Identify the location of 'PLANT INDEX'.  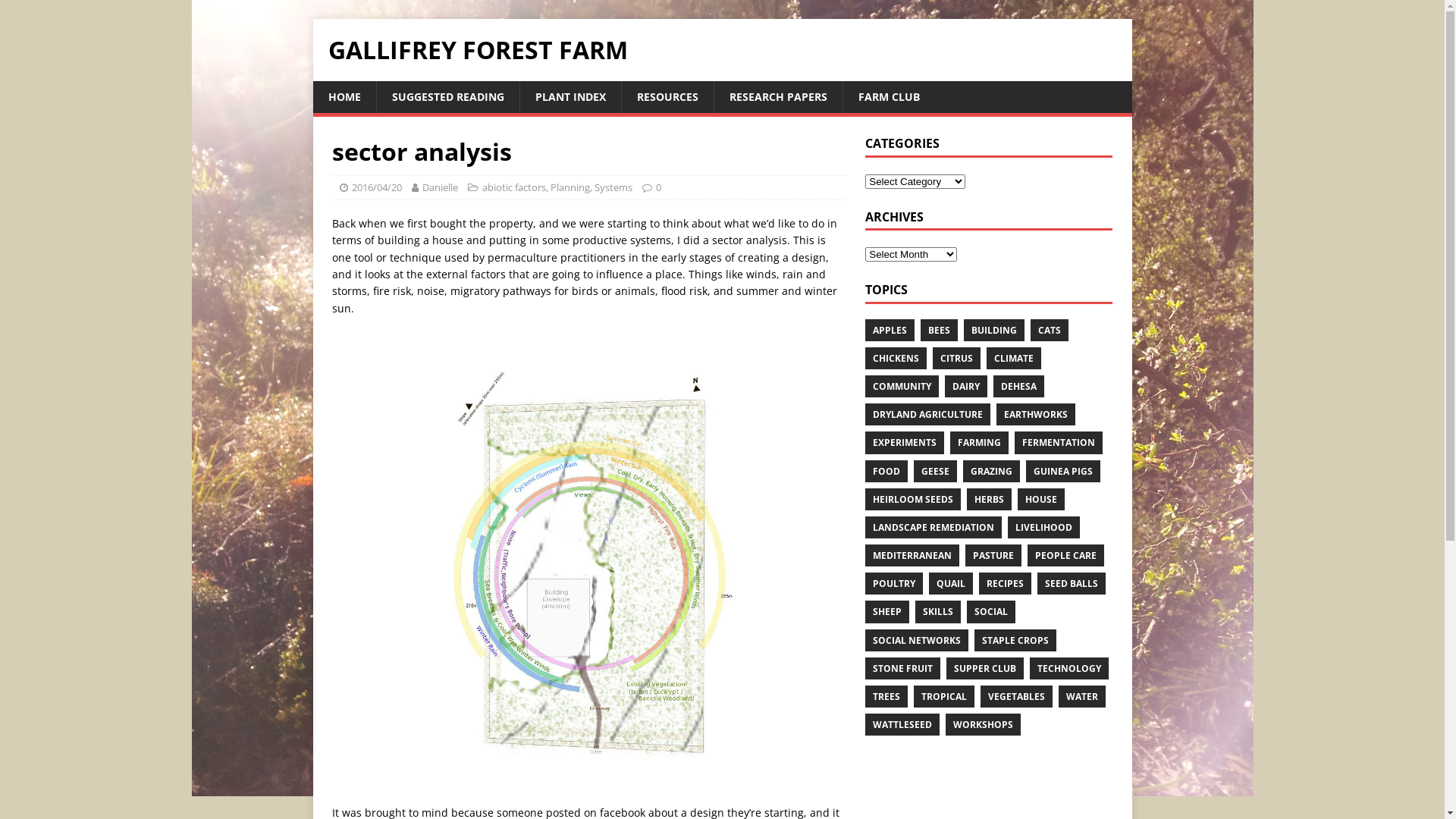
(568, 96).